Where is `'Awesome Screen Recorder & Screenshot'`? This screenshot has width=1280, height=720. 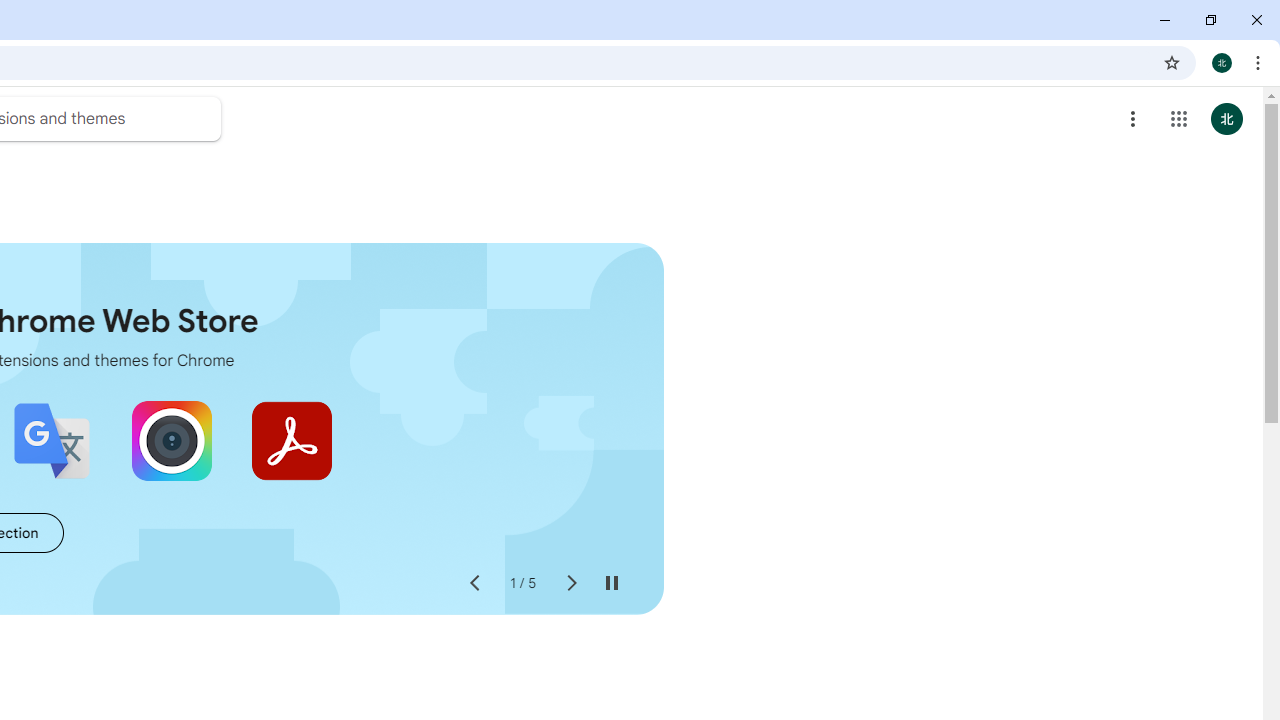 'Awesome Screen Recorder & Screenshot' is located at coordinates (171, 440).